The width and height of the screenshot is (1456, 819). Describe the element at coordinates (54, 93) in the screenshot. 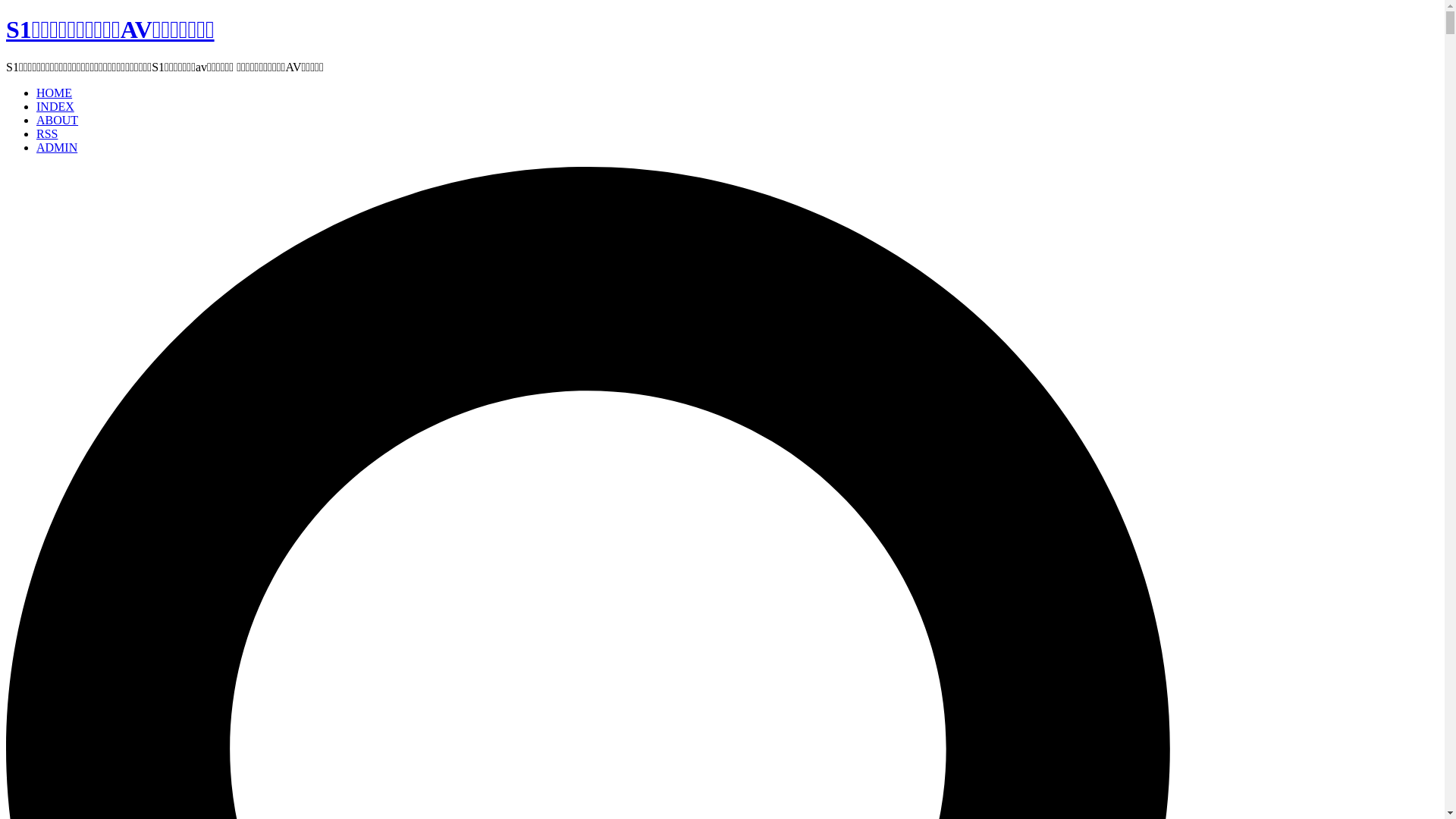

I see `'HOME'` at that location.